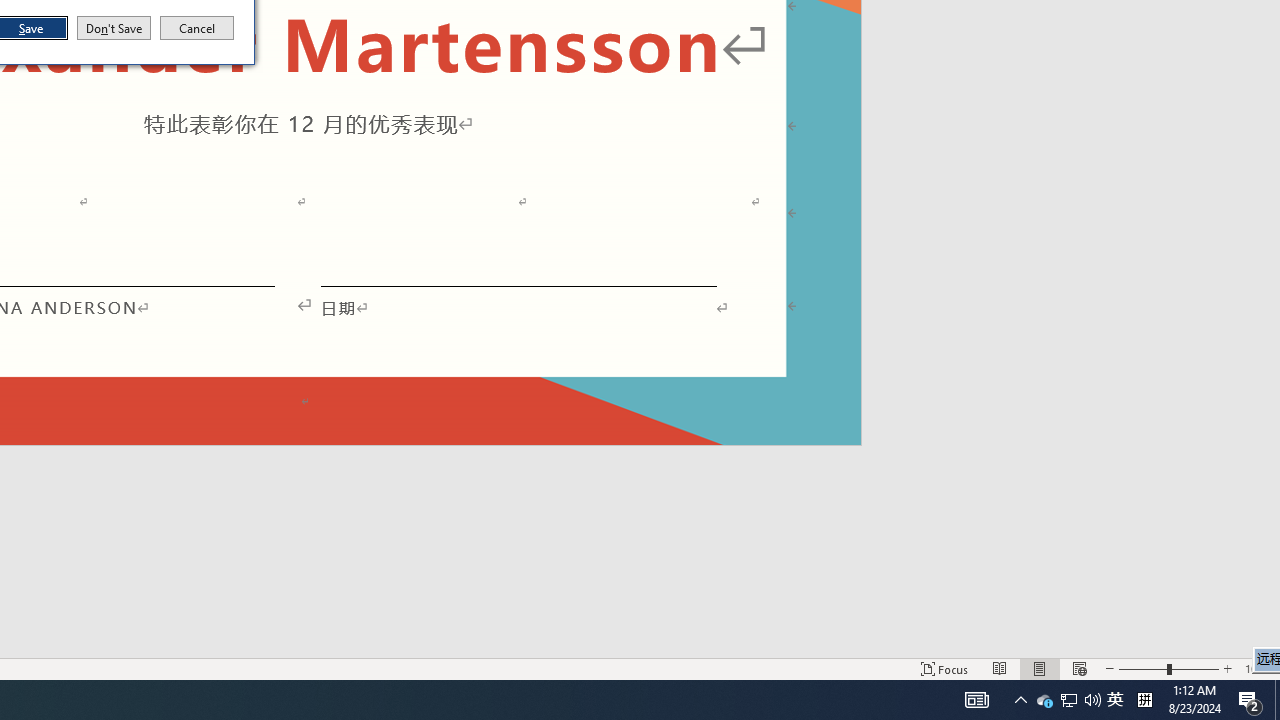  What do you see at coordinates (1092, 698) in the screenshot?
I see `'Q2790: 100%'` at bounding box center [1092, 698].